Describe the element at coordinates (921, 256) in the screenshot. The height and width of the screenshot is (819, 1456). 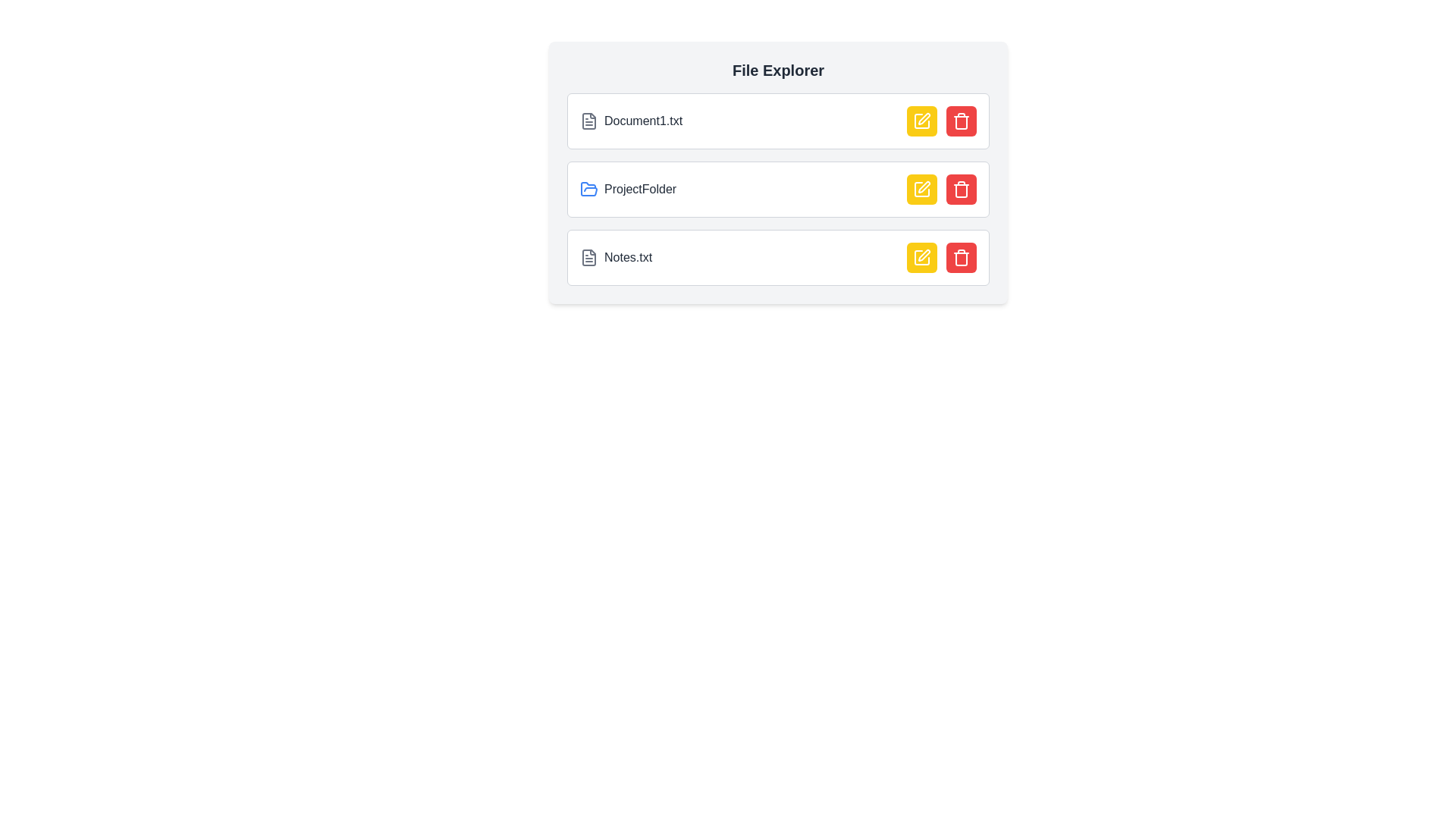
I see `the yellow button with a white edit pencil icon in the file explorer interface associated with 'Notes.txt'` at that location.